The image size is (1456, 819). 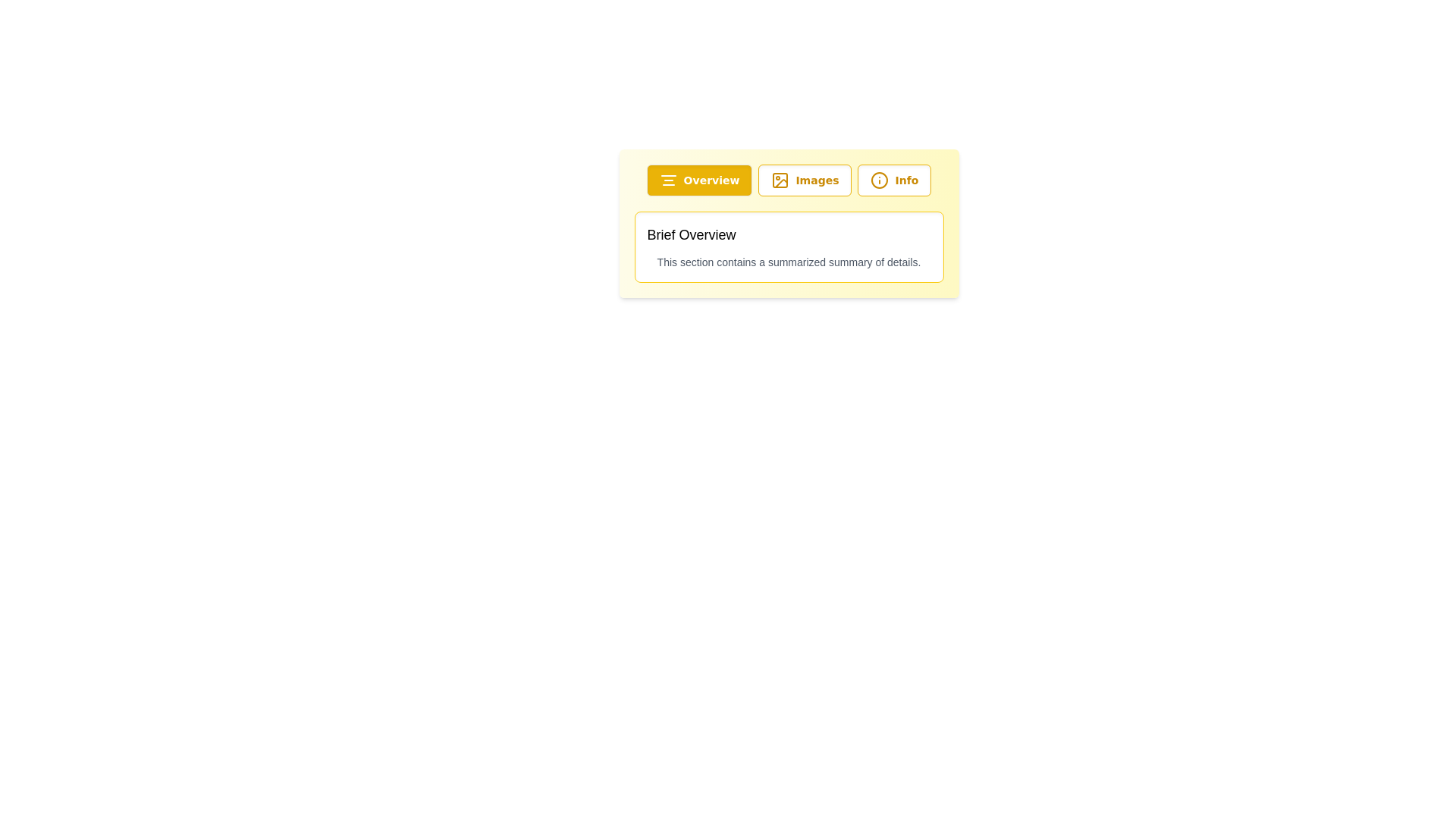 What do you see at coordinates (880, 180) in the screenshot?
I see `the circular SVG icon with a bordered outline, which contains a vertical line and a dot, located within the 'Info' button` at bounding box center [880, 180].